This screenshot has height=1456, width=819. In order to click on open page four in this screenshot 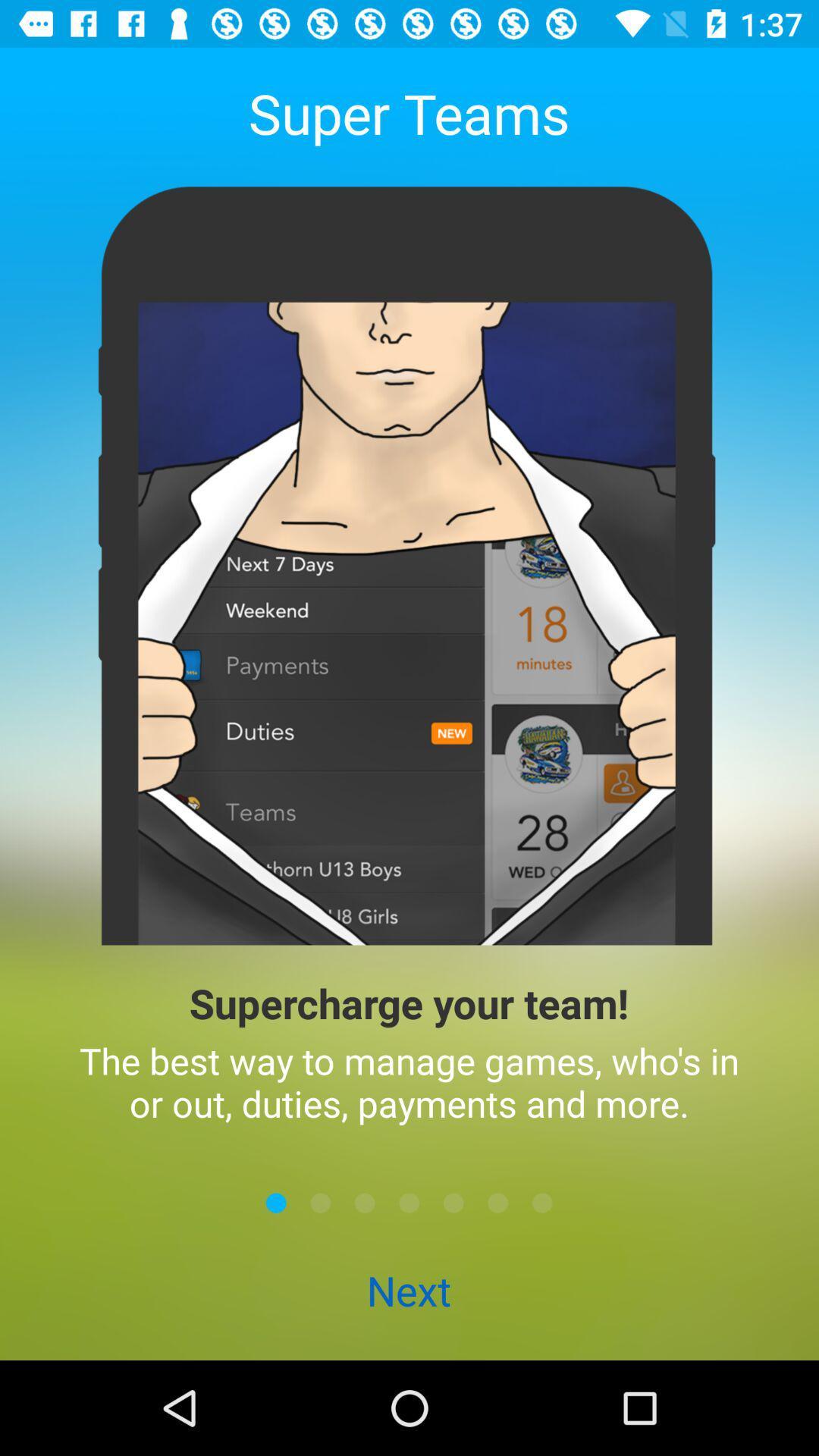, I will do `click(409, 1202)`.